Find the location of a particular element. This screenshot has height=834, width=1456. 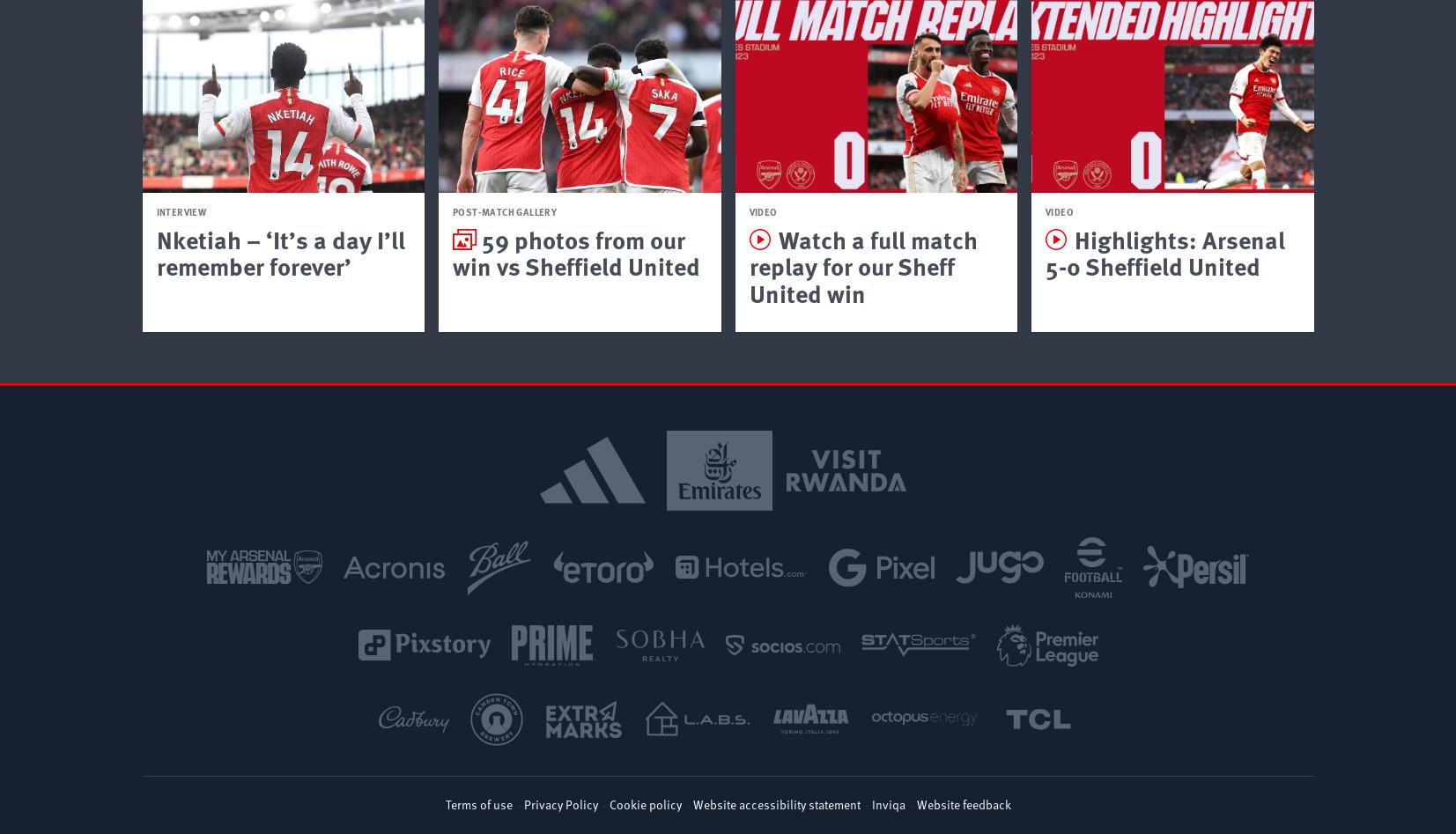

'Terms of use' is located at coordinates (477, 802).